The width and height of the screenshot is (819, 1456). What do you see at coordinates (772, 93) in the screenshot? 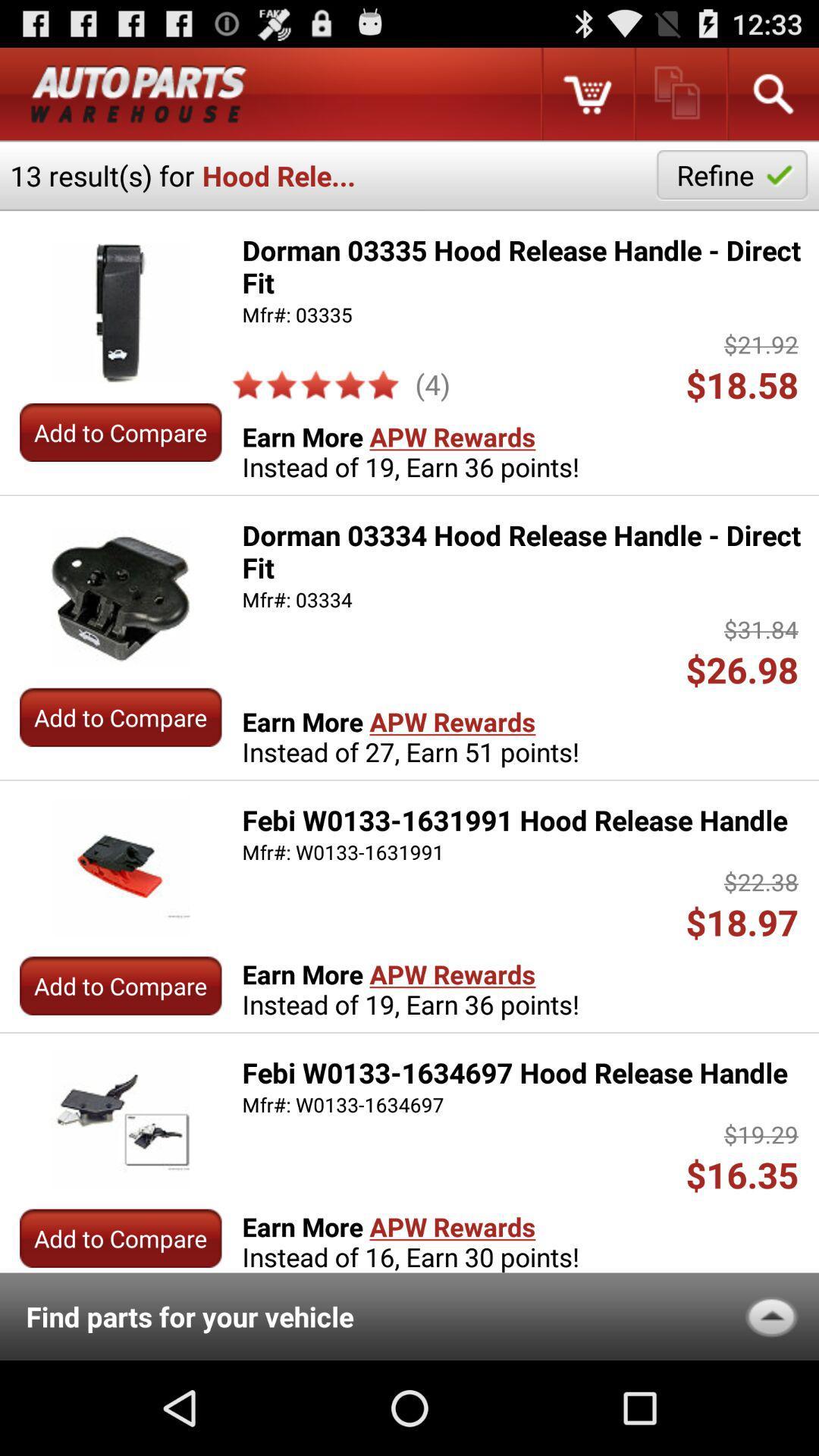
I see `search an item` at bounding box center [772, 93].